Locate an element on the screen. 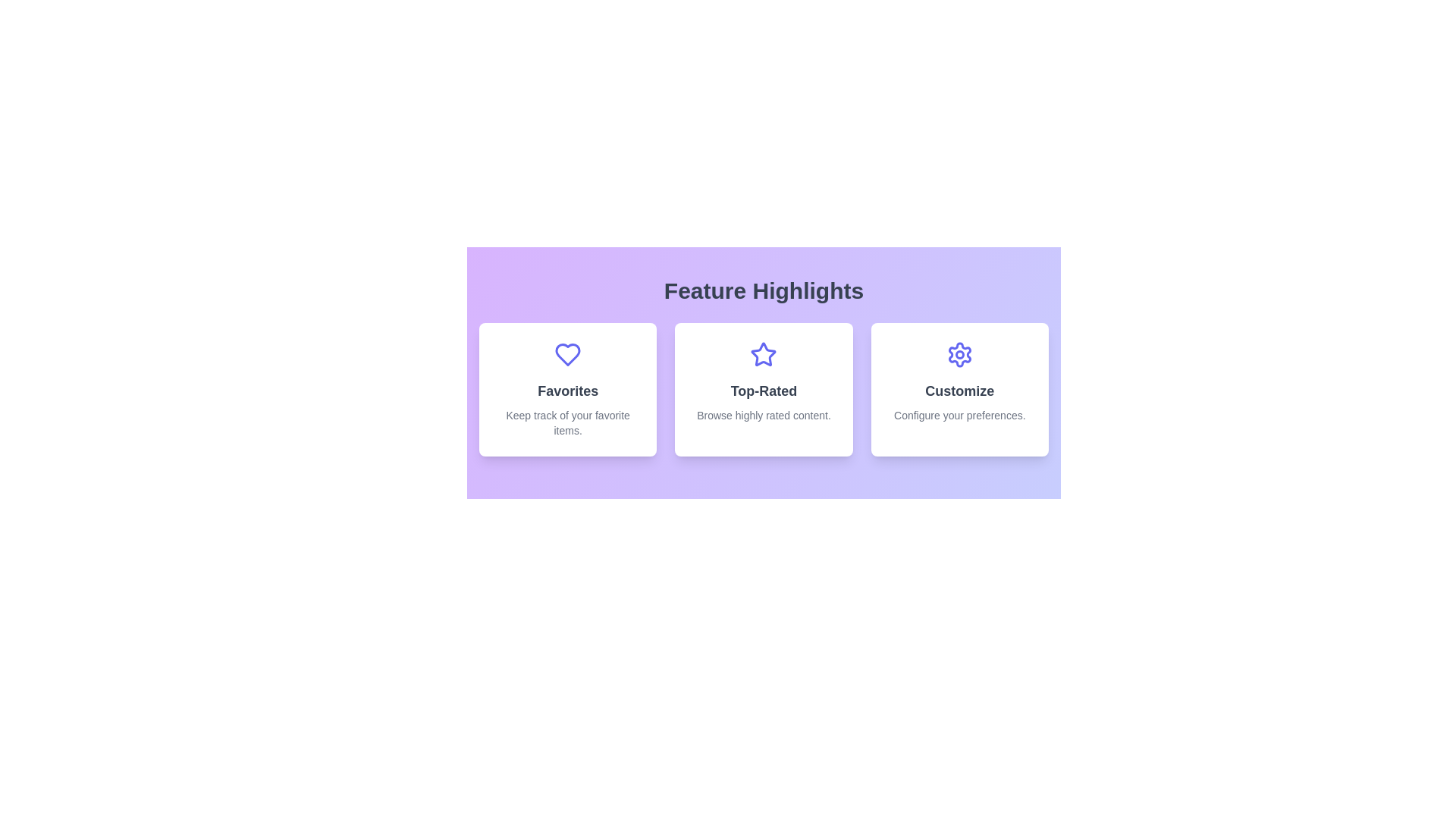 The image size is (1456, 819). the gear icon located in the 'Customize' section under 'Feature Highlights' is located at coordinates (959, 354).